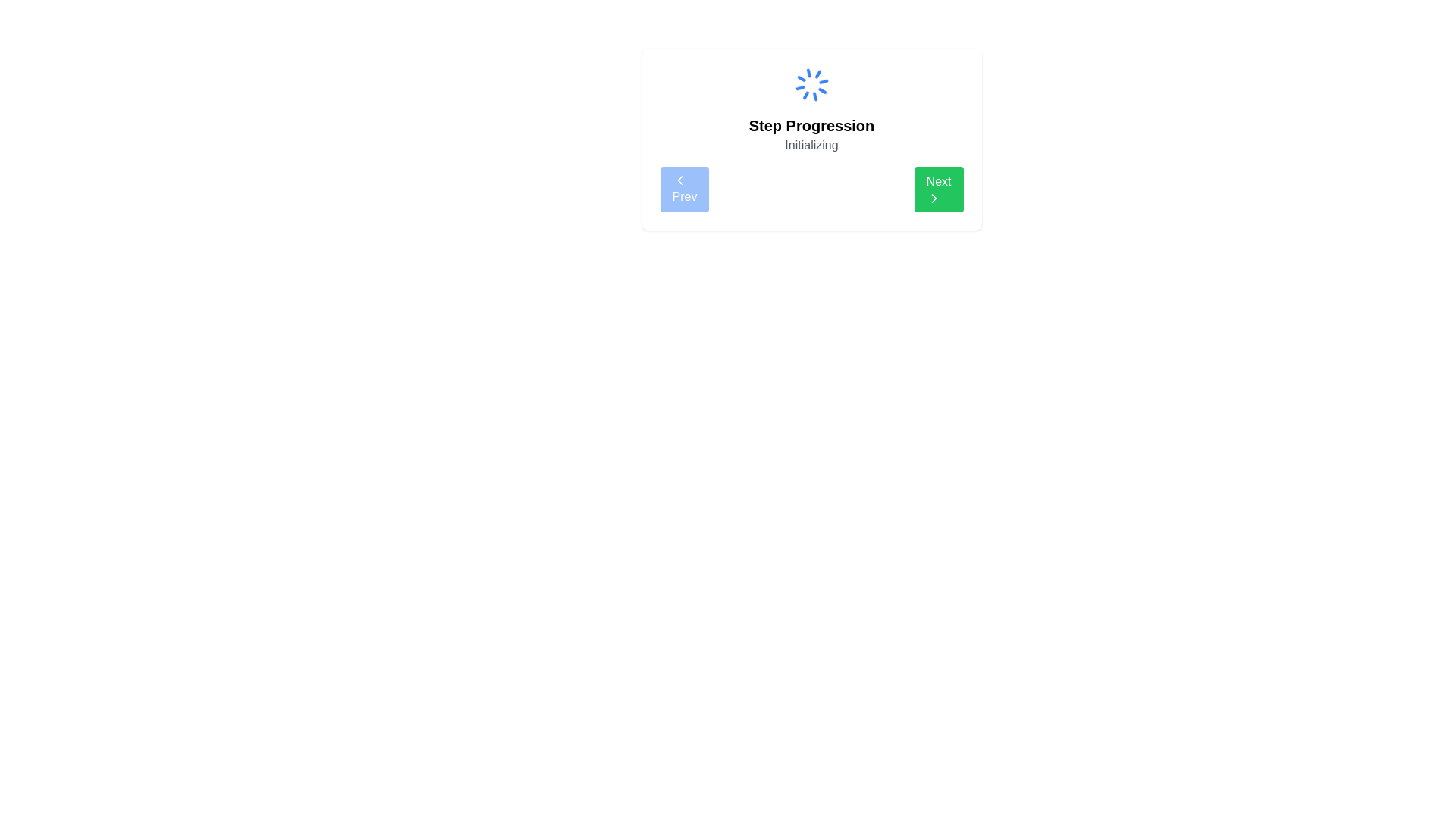  What do you see at coordinates (811, 124) in the screenshot?
I see `the static text header indicating the current step of progression, which is located between a loading spinner and the text 'Initializing'` at bounding box center [811, 124].